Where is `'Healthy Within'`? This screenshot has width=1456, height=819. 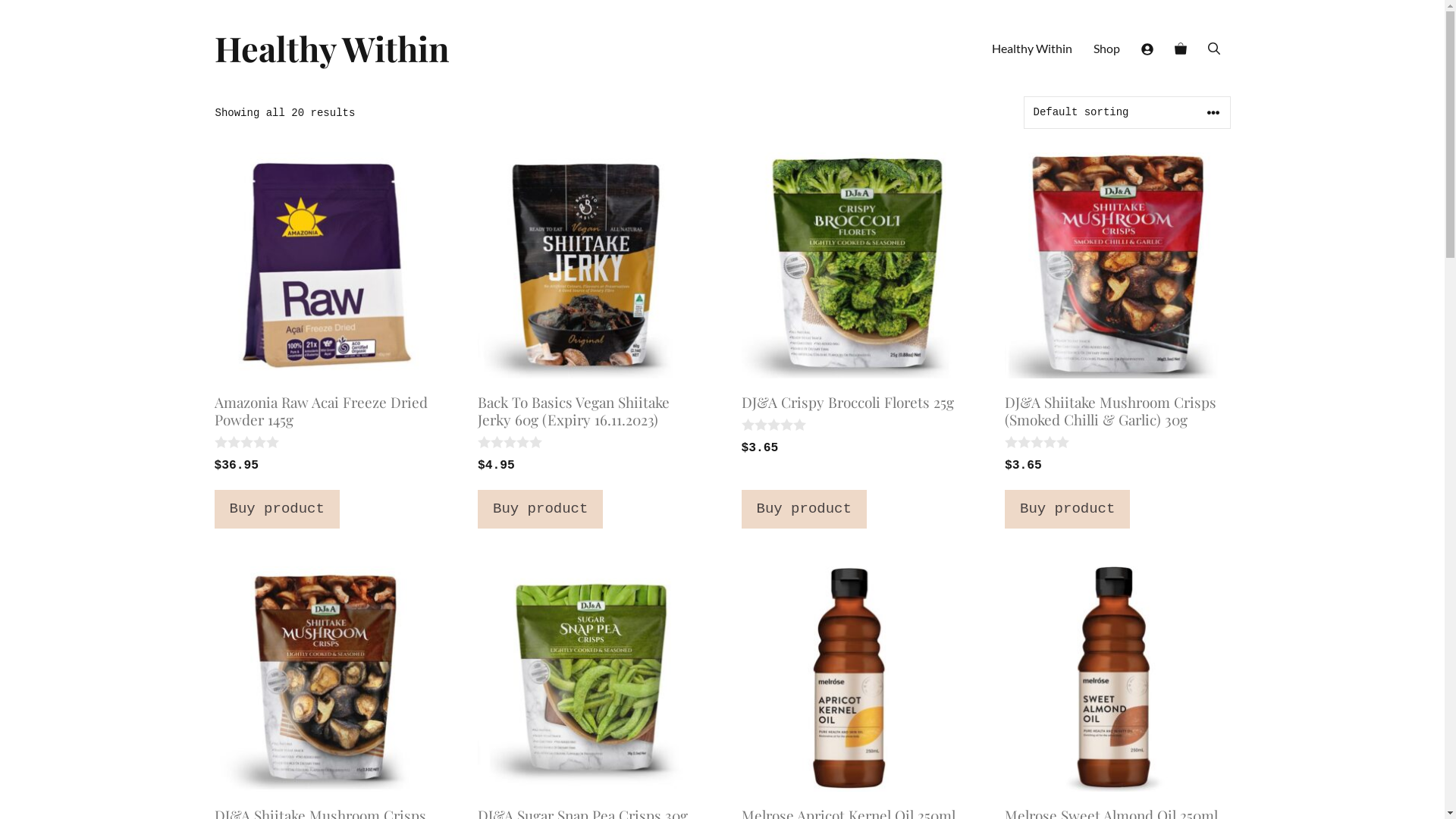
'Healthy Within' is located at coordinates (330, 47).